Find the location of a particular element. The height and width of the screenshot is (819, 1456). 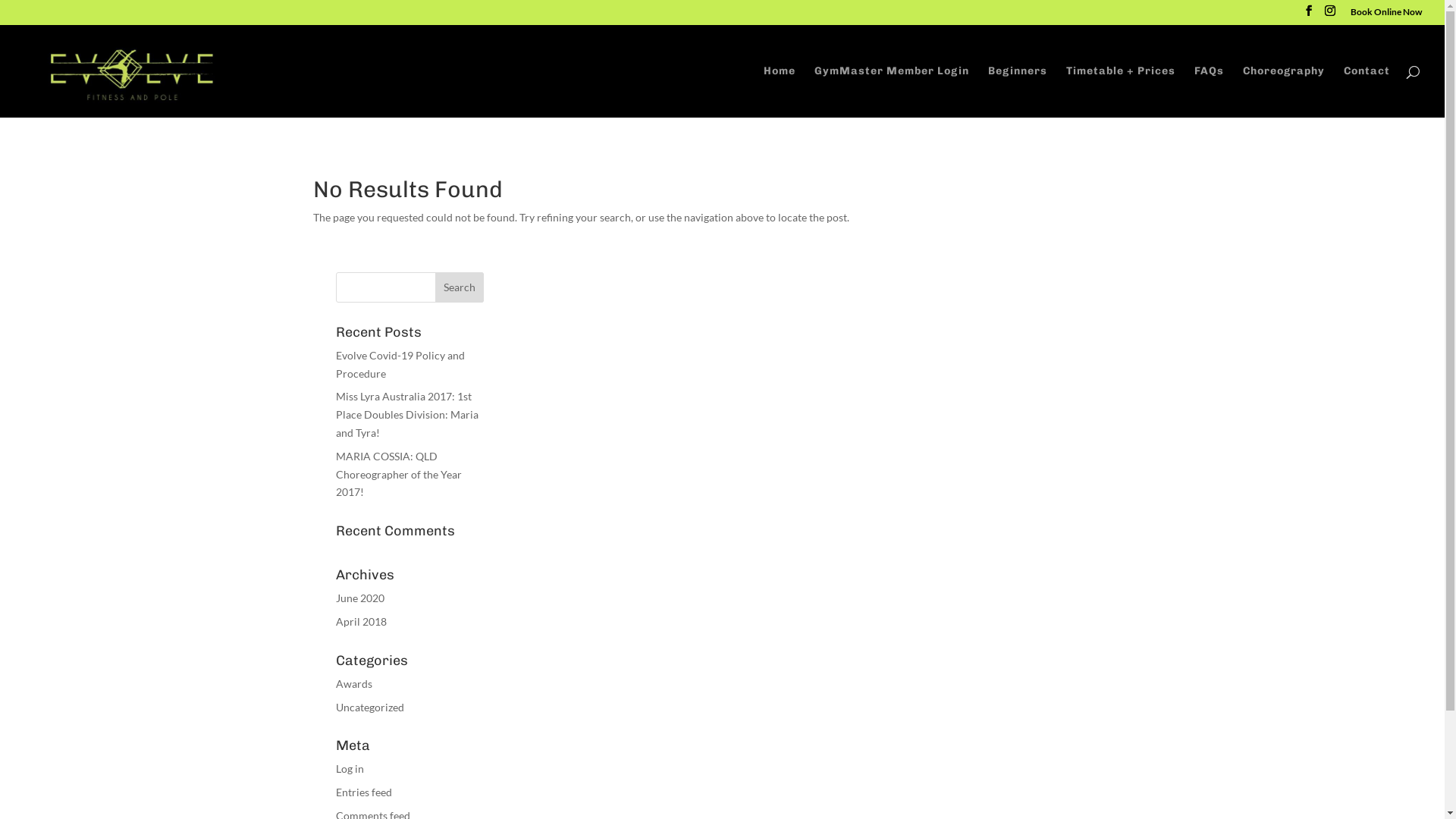

'MARIA COSSIA: QLD Choreographer of the Year 2017!' is located at coordinates (397, 473).